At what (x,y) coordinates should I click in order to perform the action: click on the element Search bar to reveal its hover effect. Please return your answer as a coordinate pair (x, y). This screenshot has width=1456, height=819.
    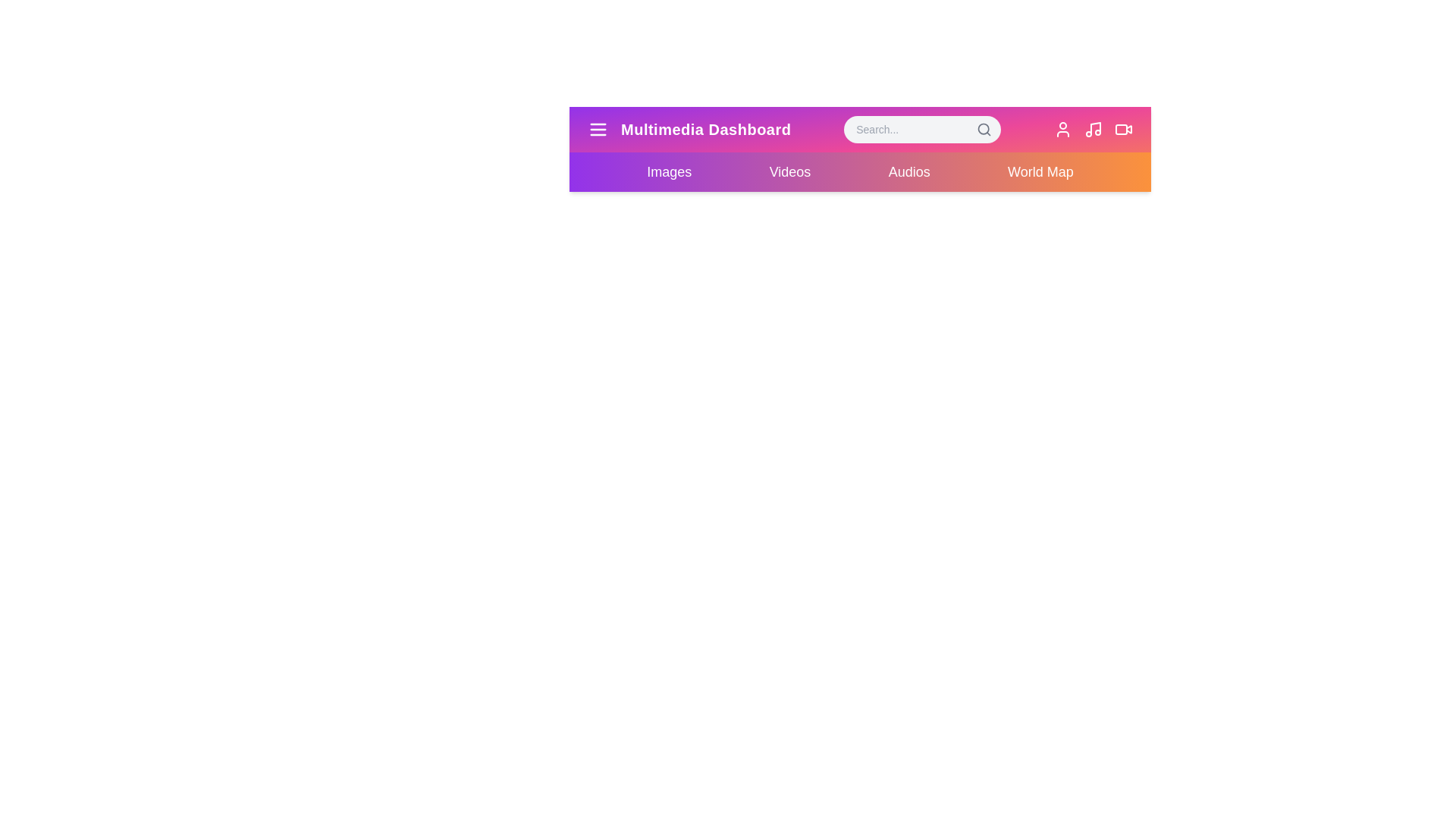
    Looking at the image, I should click on (921, 128).